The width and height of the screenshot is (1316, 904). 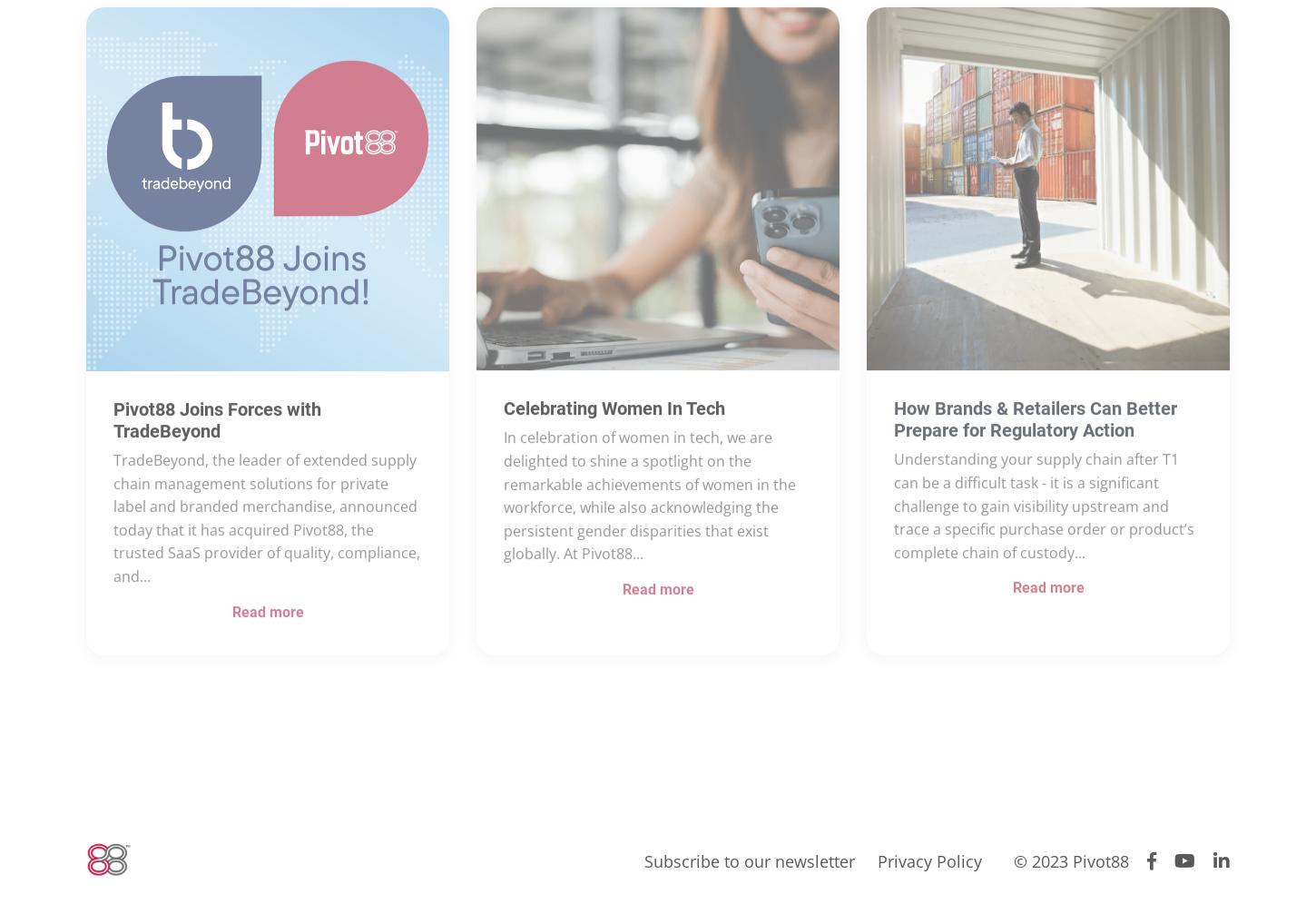 What do you see at coordinates (750, 860) in the screenshot?
I see `'Subscribe to our newsletter'` at bounding box center [750, 860].